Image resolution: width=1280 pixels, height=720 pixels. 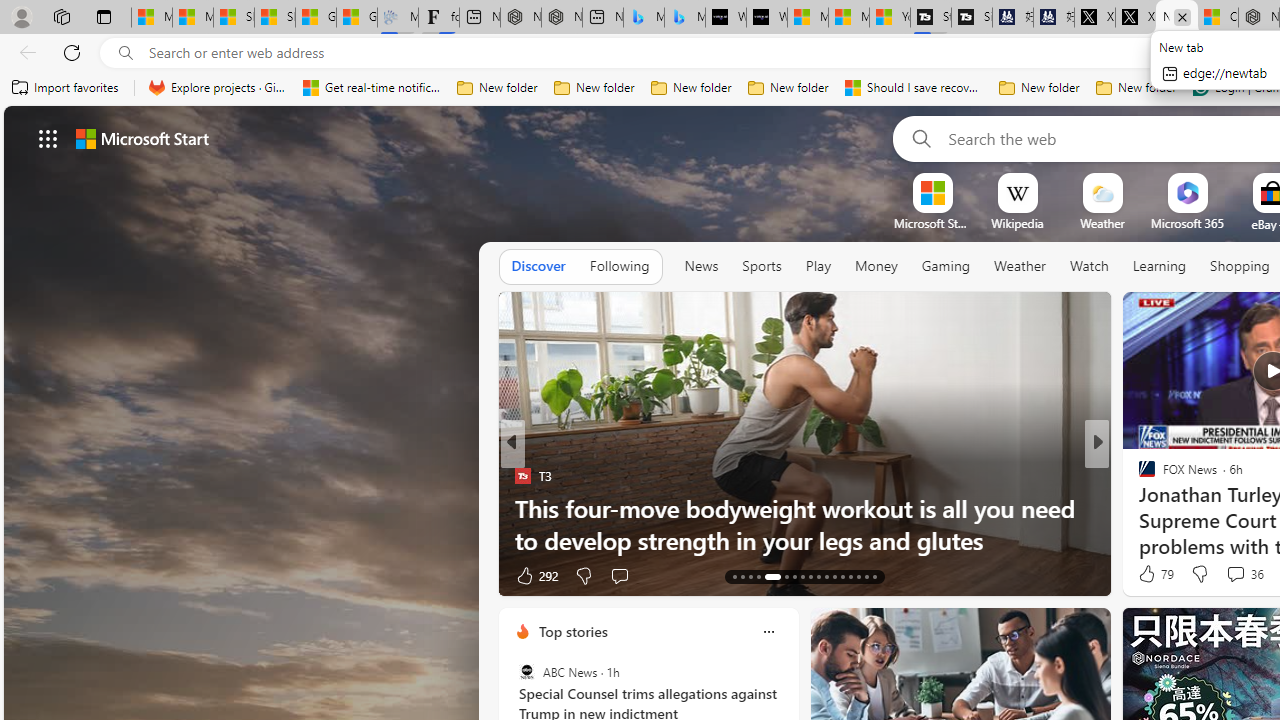 I want to click on 'Import favorites', so click(x=65, y=87).